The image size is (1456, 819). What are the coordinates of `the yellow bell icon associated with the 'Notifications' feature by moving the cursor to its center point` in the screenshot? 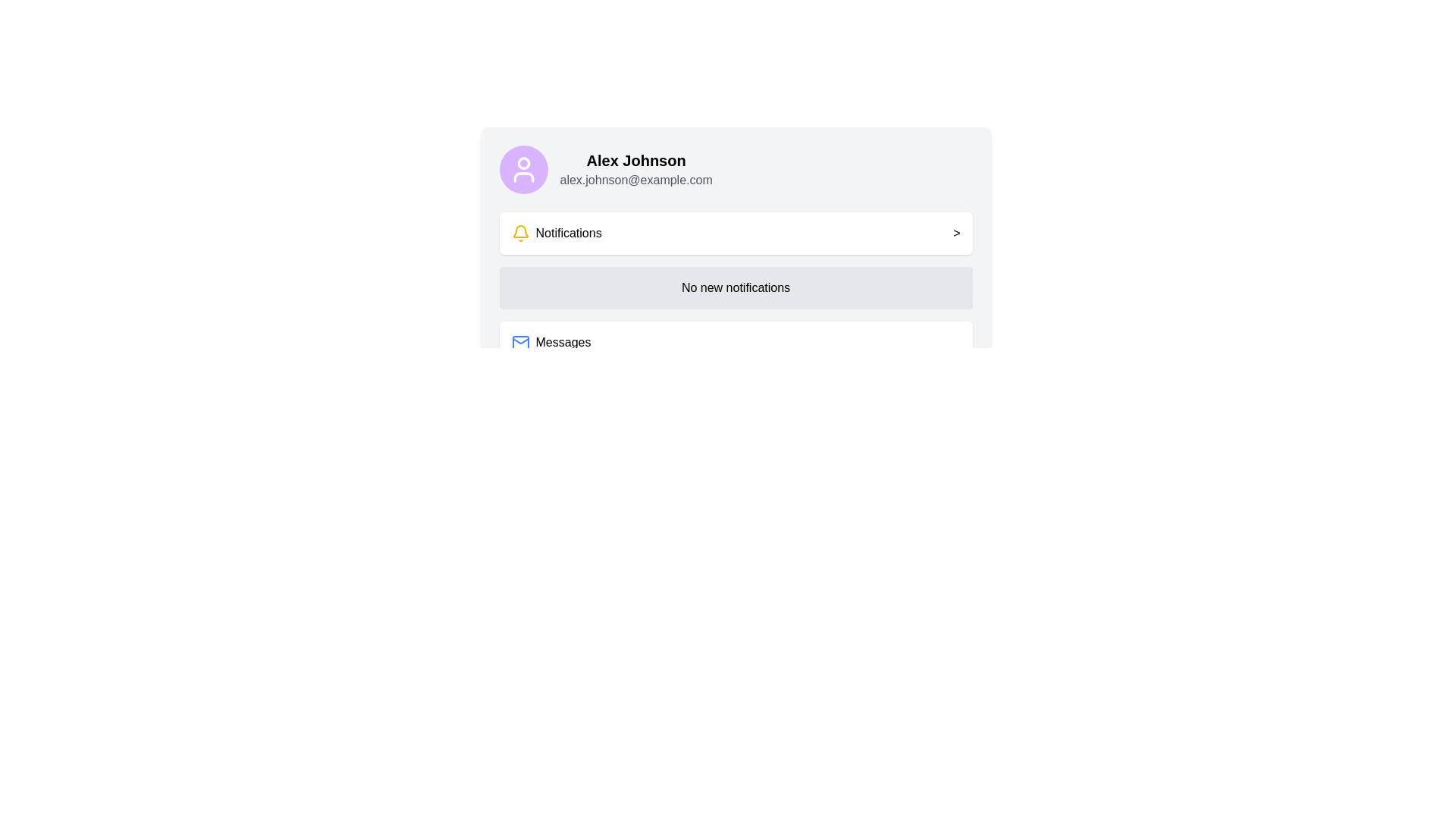 It's located at (520, 234).